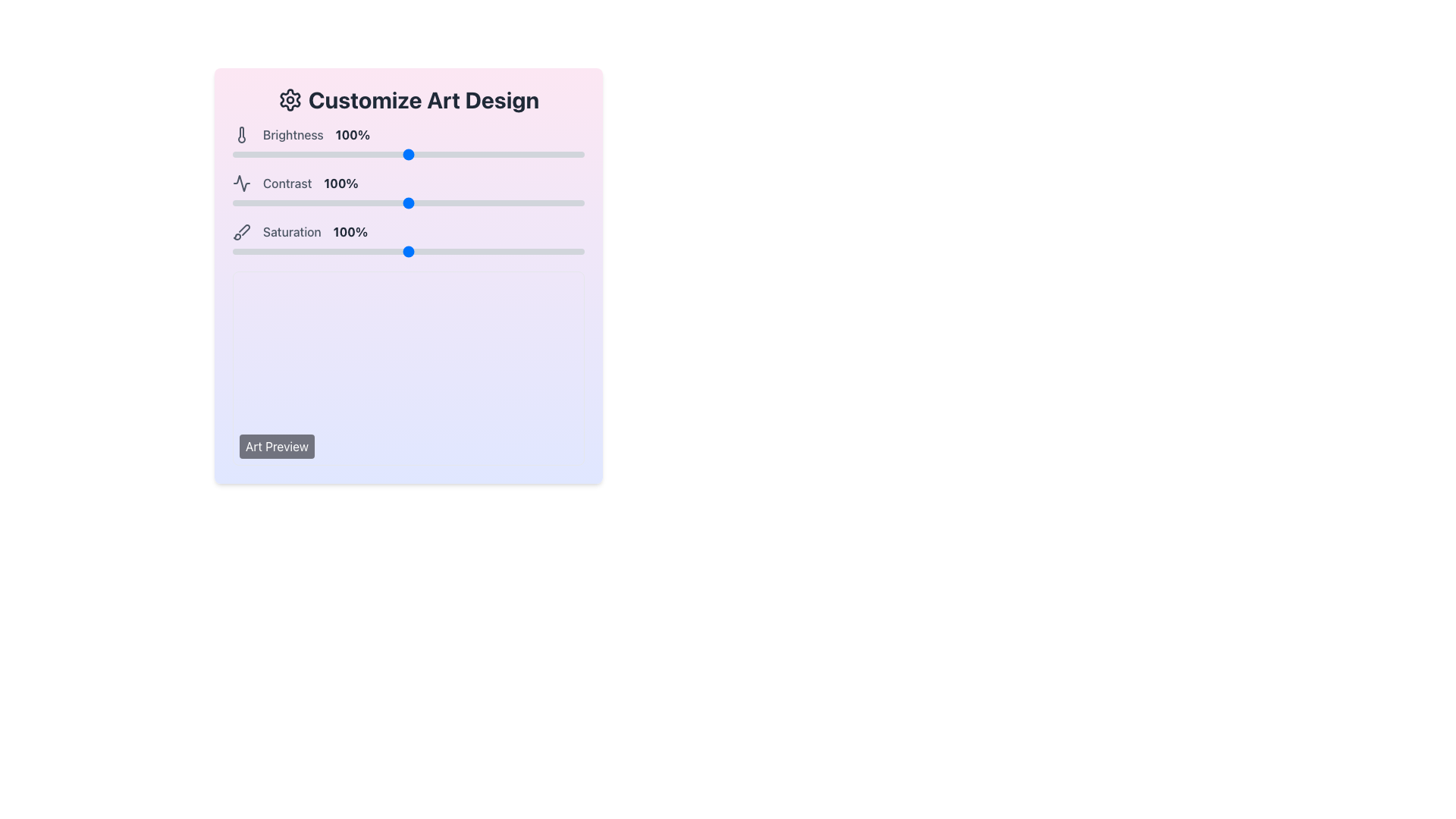 This screenshot has height=819, width=1456. Describe the element at coordinates (350, 231) in the screenshot. I see `the bold-text percentage indicator displaying '100%' that is positioned to the right of the 'Saturation' label in the lower section of the settings panel` at that location.